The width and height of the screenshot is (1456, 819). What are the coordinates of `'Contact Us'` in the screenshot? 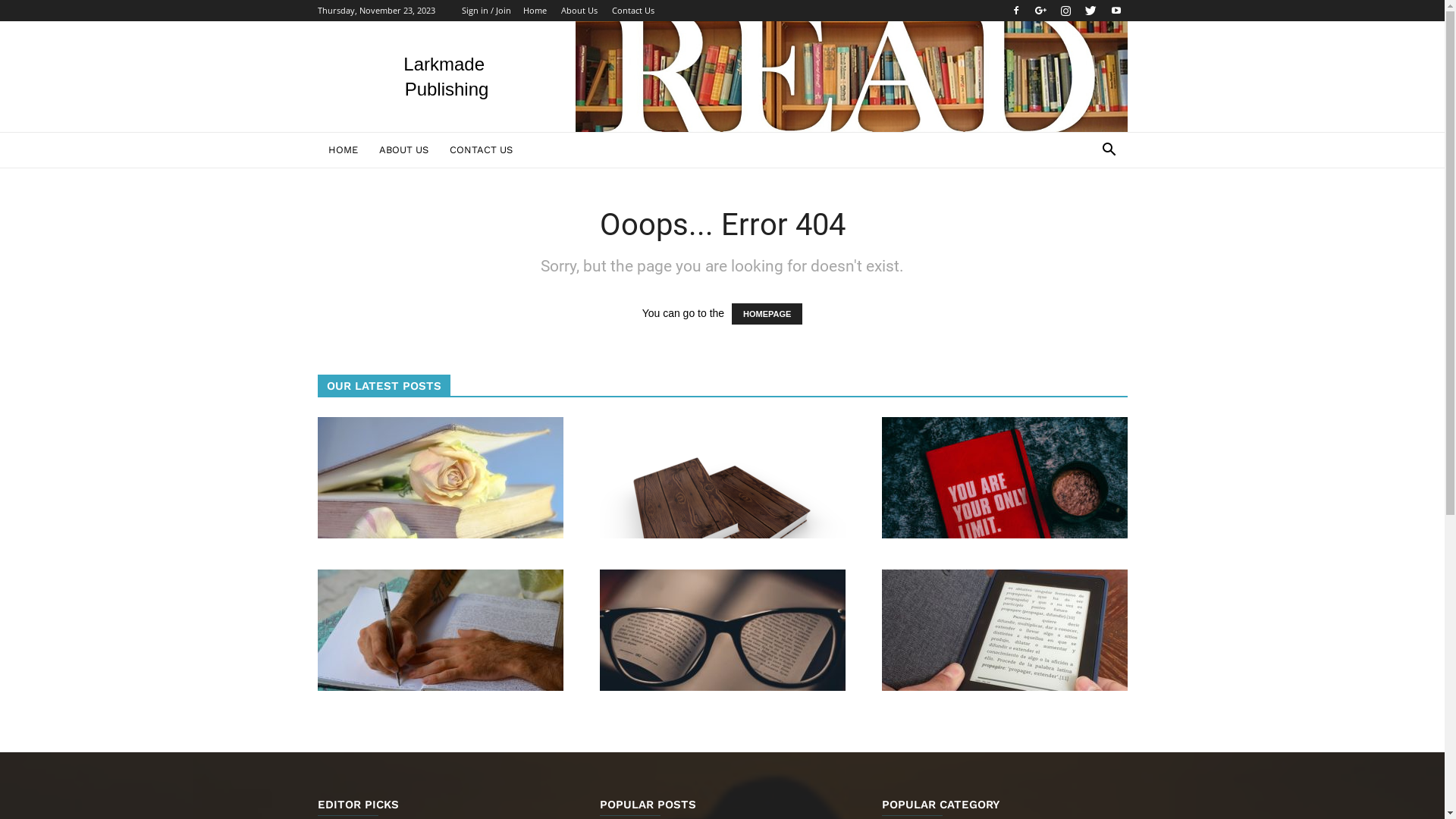 It's located at (632, 10).